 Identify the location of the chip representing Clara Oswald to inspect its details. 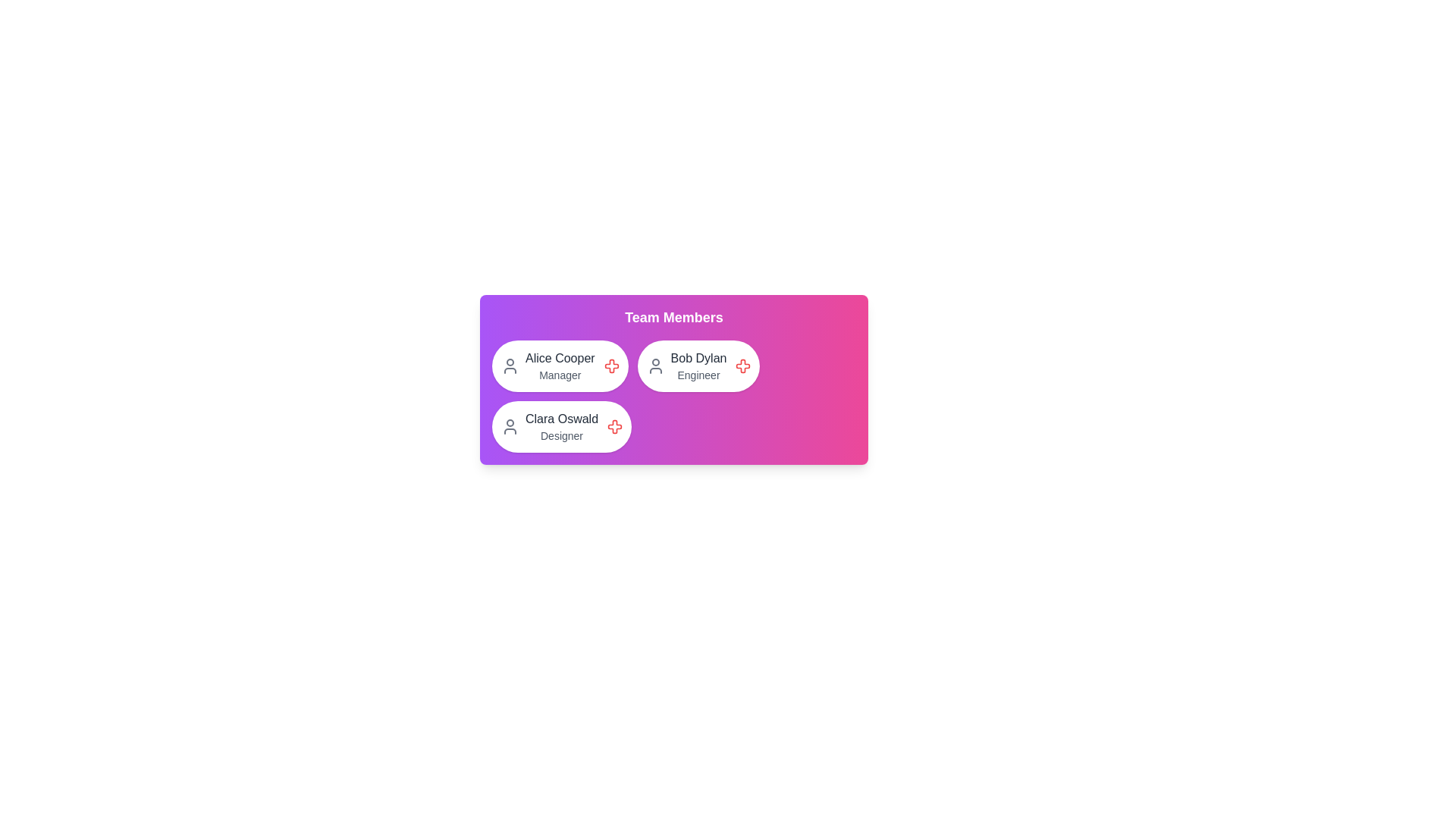
(560, 427).